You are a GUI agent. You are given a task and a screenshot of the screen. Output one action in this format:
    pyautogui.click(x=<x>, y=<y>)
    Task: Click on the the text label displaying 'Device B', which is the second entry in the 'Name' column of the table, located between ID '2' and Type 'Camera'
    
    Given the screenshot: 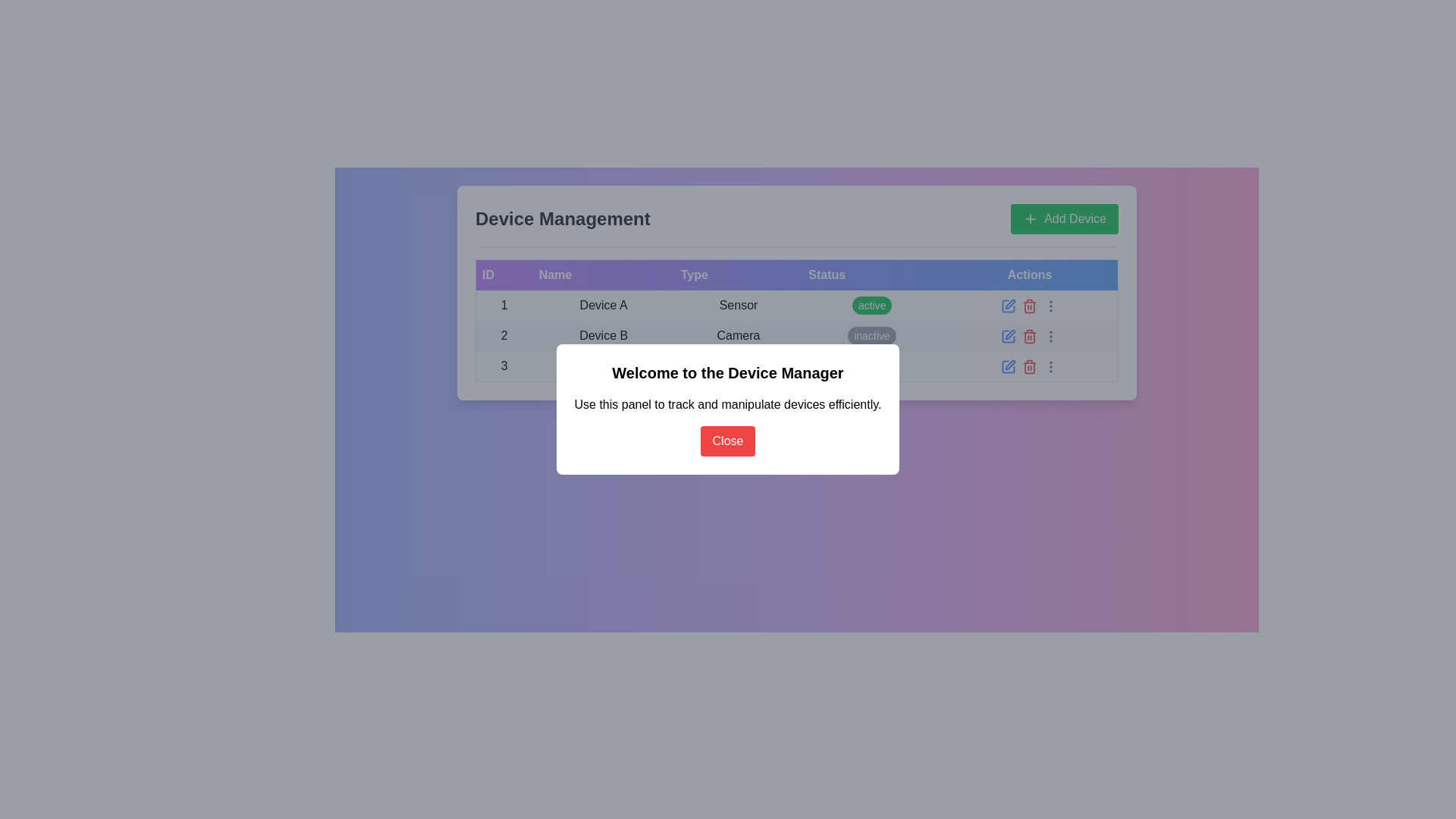 What is the action you would take?
    pyautogui.click(x=603, y=335)
    